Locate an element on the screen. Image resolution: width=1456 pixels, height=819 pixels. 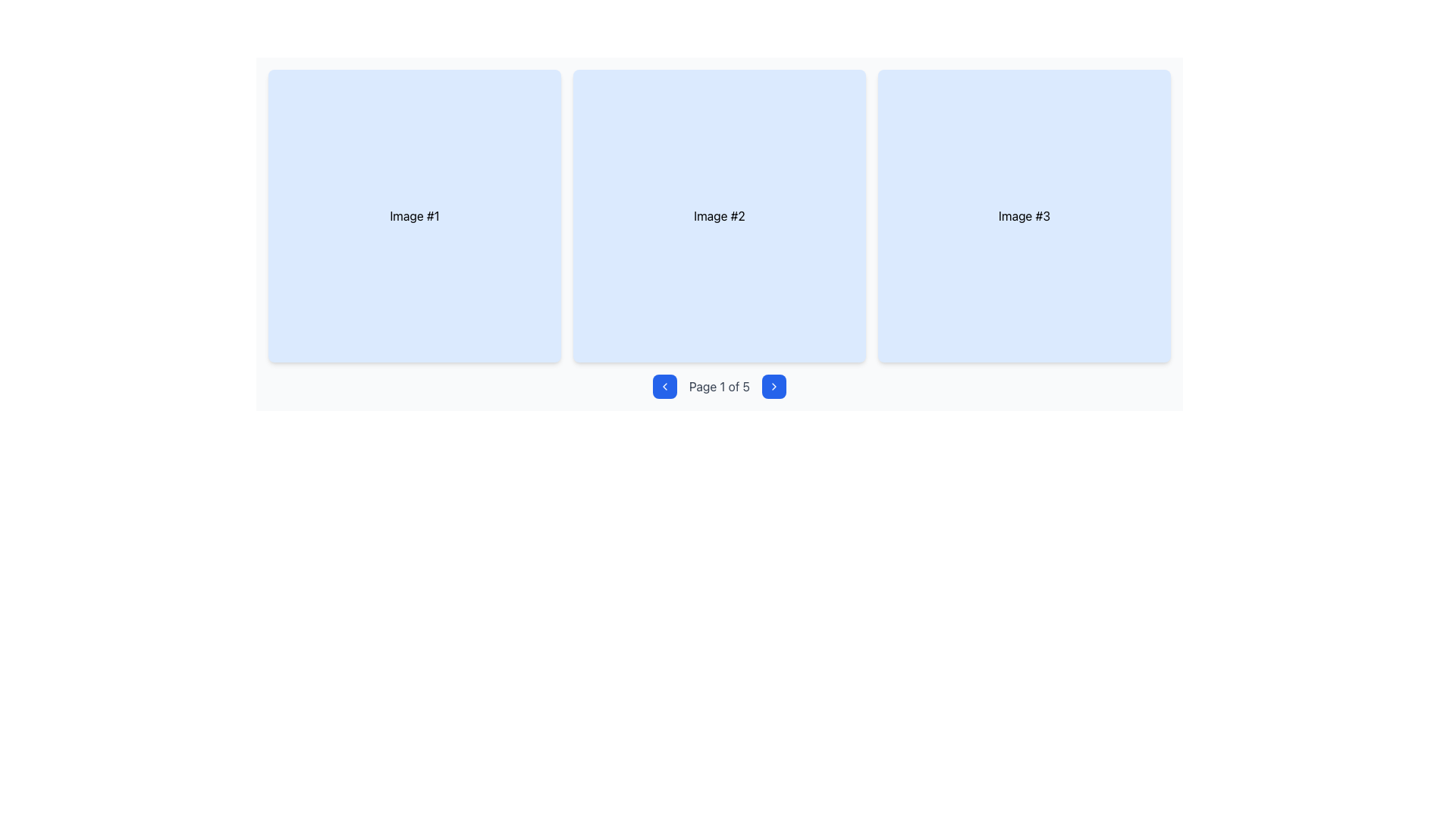
the right-pointing chevron icon with a blue background and white stroke lines is located at coordinates (774, 385).